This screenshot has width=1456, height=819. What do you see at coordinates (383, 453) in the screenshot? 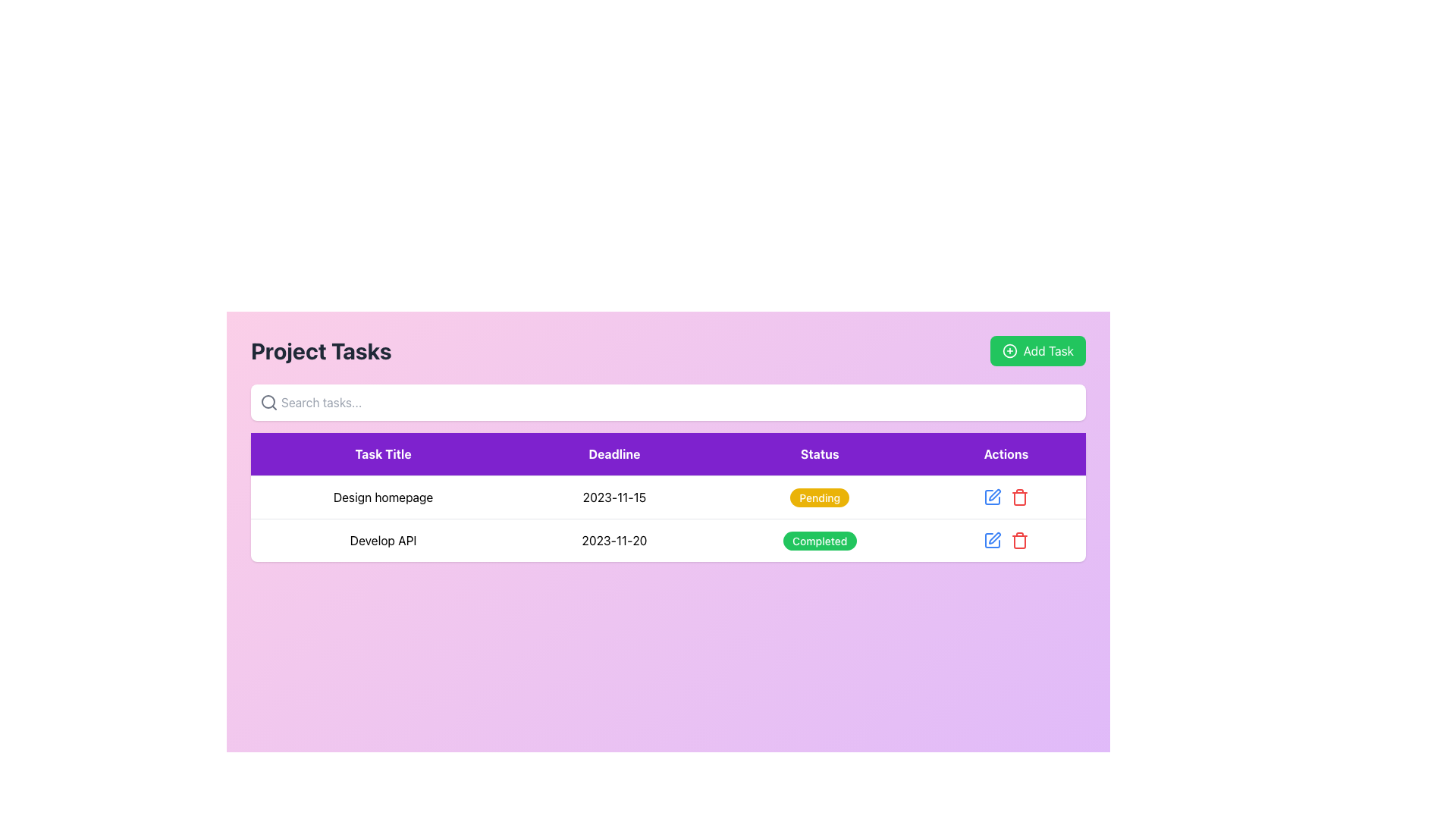
I see `the text header 'Task Title' which is the first header in a purple background table header` at bounding box center [383, 453].